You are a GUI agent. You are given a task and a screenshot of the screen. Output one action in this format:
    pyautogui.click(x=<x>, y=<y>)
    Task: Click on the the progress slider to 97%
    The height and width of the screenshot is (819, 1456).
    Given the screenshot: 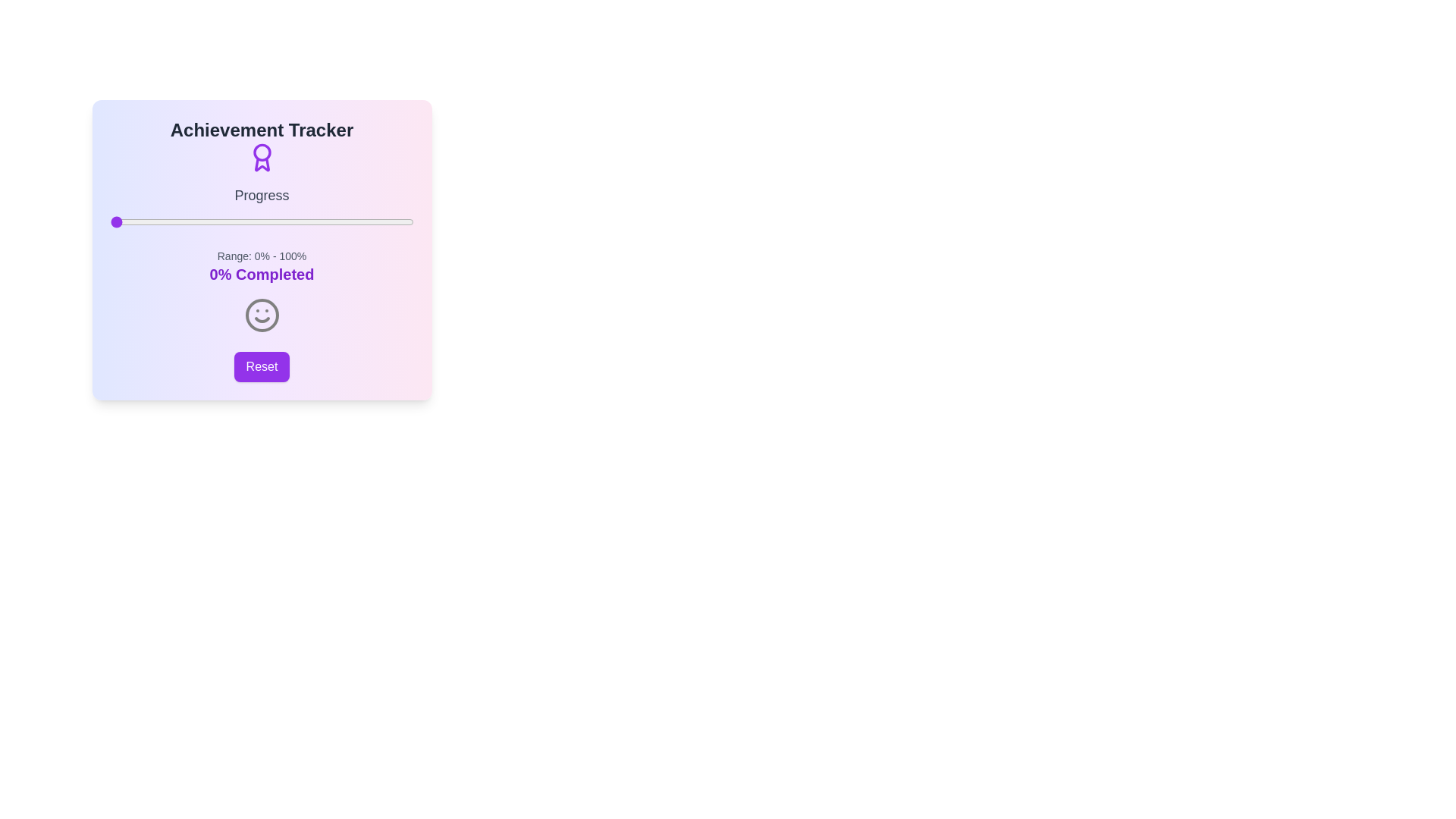 What is the action you would take?
    pyautogui.click(x=404, y=222)
    